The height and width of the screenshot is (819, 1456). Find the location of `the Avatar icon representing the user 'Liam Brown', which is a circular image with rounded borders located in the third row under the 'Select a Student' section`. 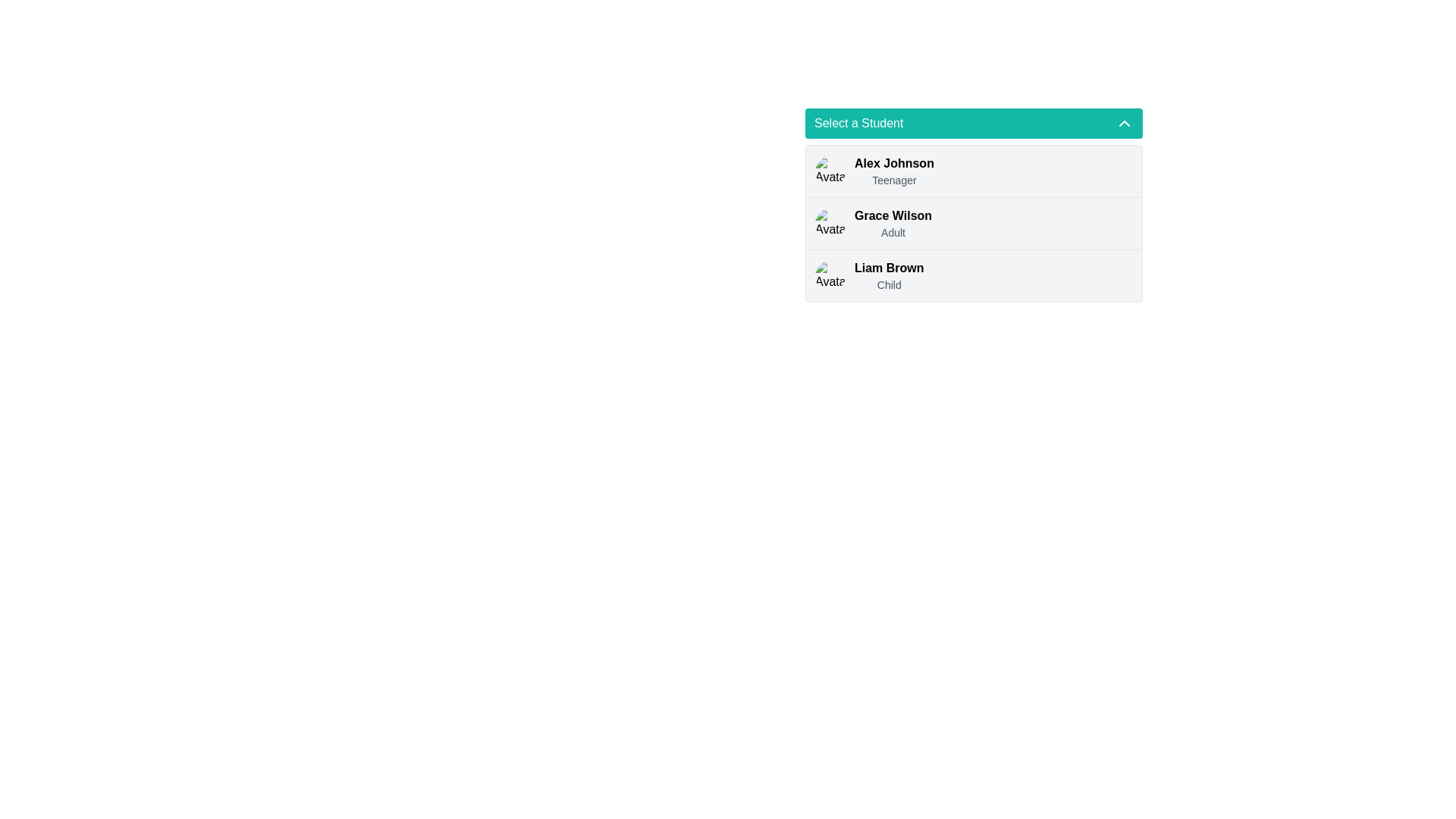

the Avatar icon representing the user 'Liam Brown', which is a circular image with rounded borders located in the third row under the 'Select a Student' section is located at coordinates (829, 275).